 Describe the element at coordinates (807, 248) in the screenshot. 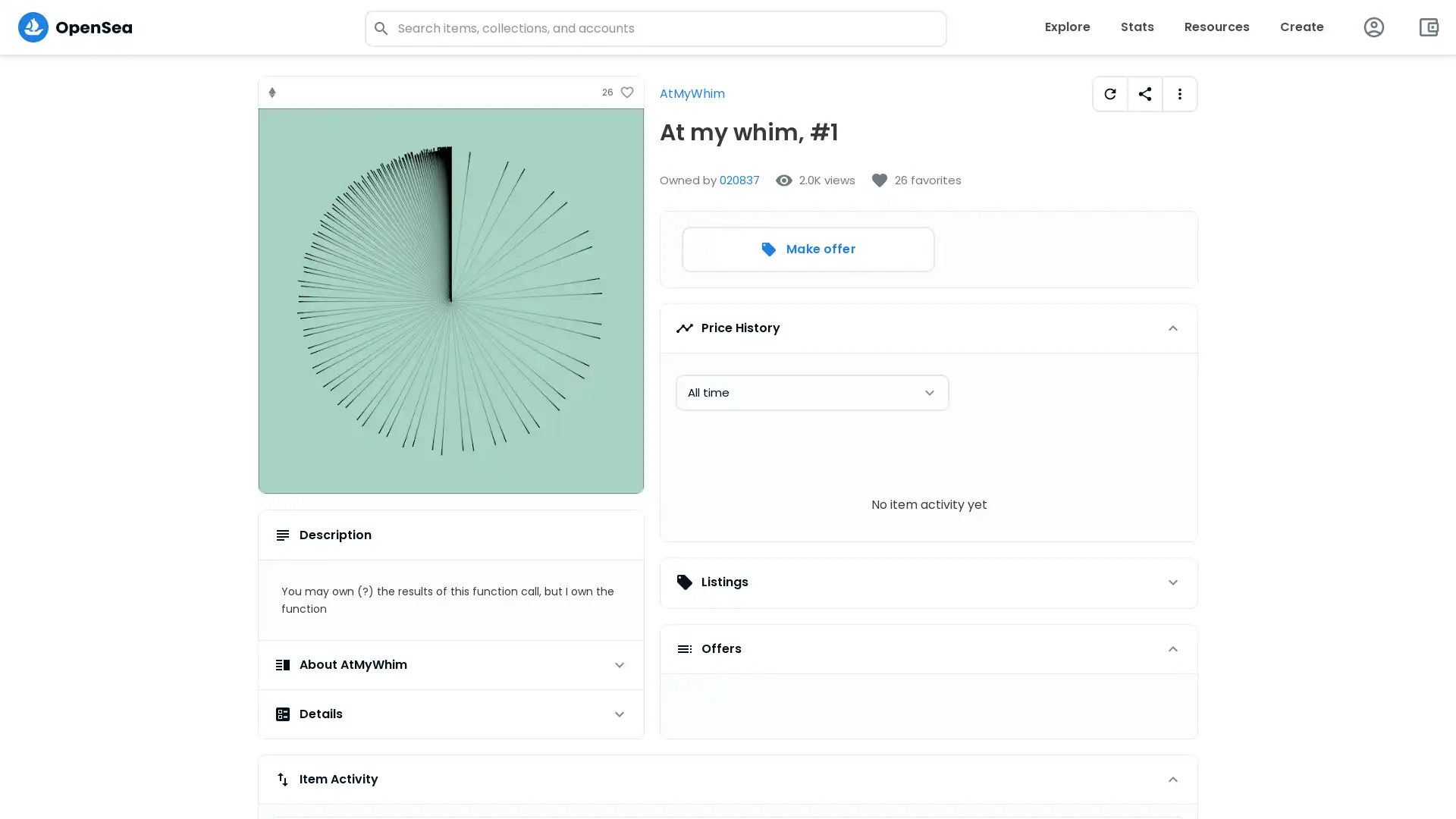

I see `Make offer` at that location.